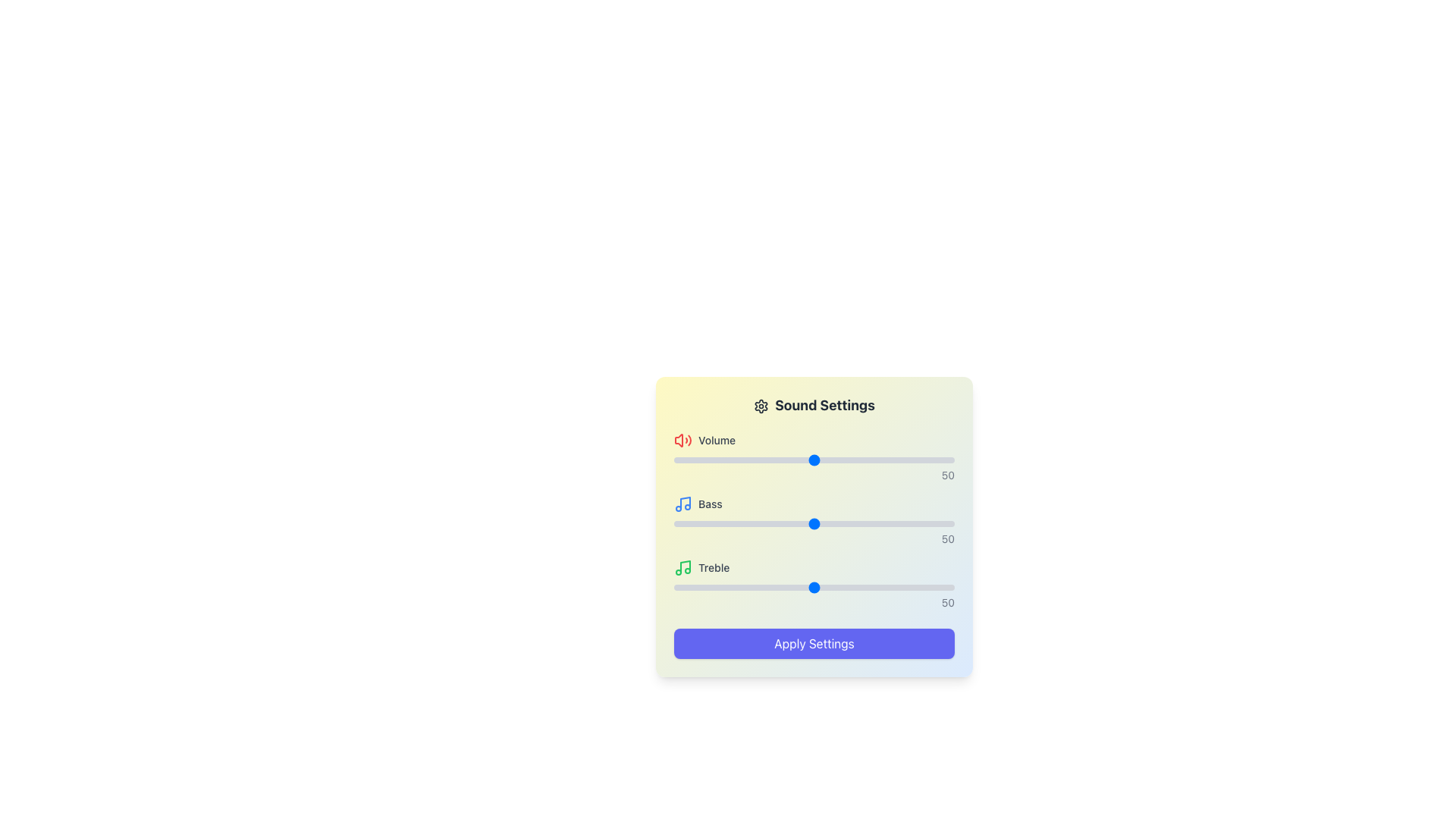  Describe the element at coordinates (709, 504) in the screenshot. I see `the text label displaying the word 'Bass', which is part of the 'Sound Settings' panel and is positioned to the right of a blue music icon` at that location.